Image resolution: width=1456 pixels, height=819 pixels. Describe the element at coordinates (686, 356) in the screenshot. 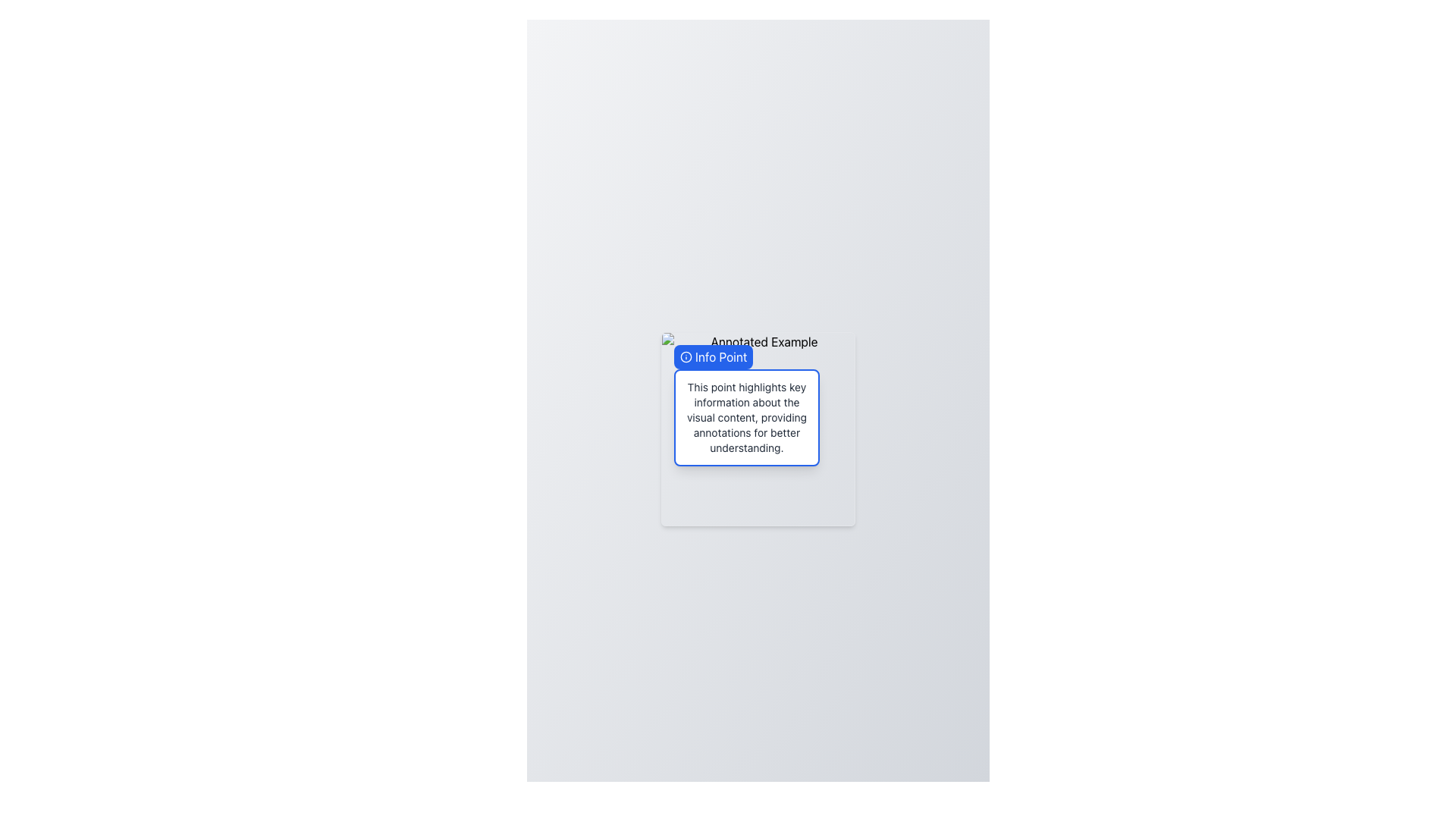

I see `the central SVG Circle element within the information icon, which has a blue outline and is located near the title 'Info Point'` at that location.